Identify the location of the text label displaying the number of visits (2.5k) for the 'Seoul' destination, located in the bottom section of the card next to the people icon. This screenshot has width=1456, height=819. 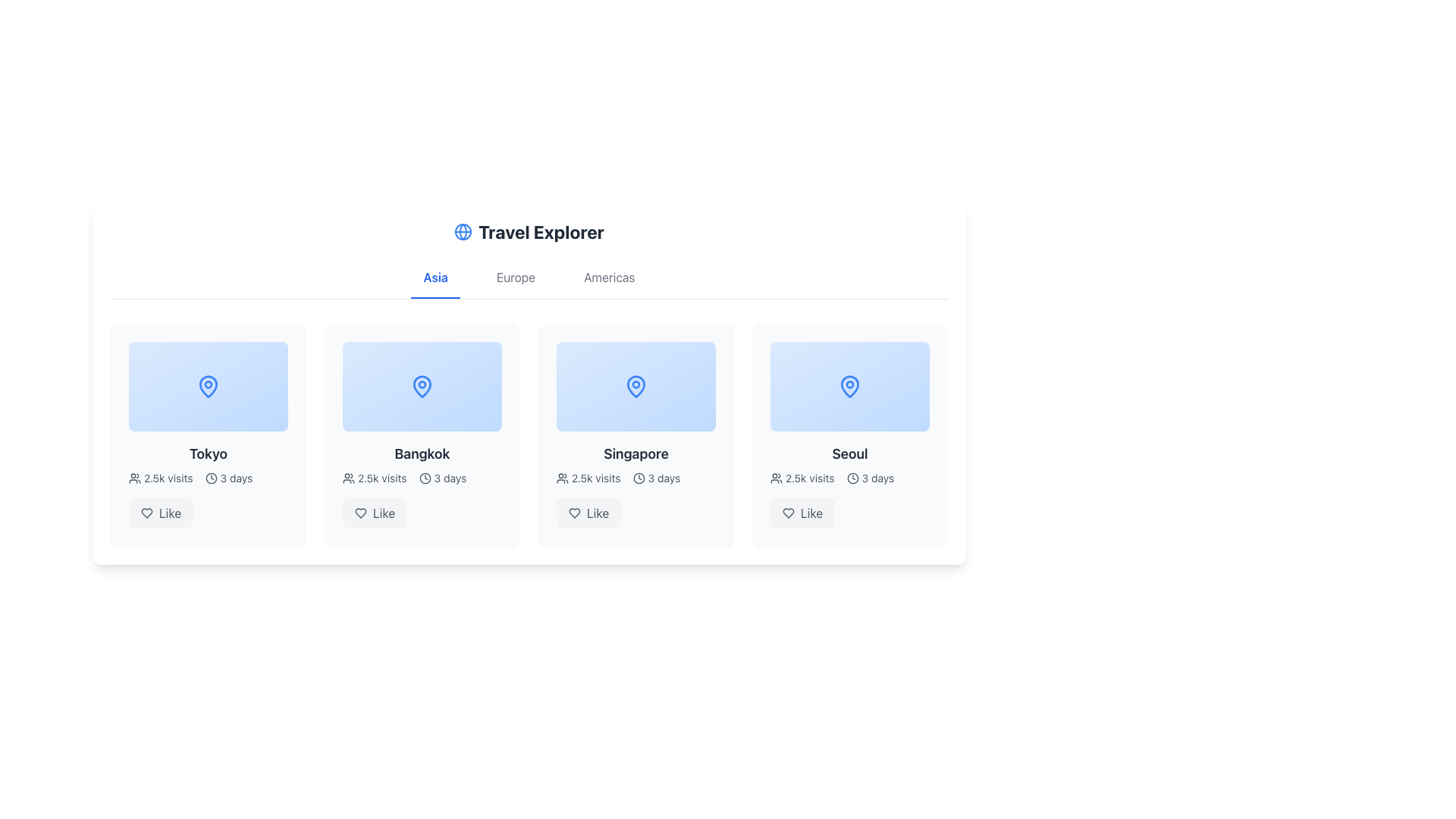
(809, 479).